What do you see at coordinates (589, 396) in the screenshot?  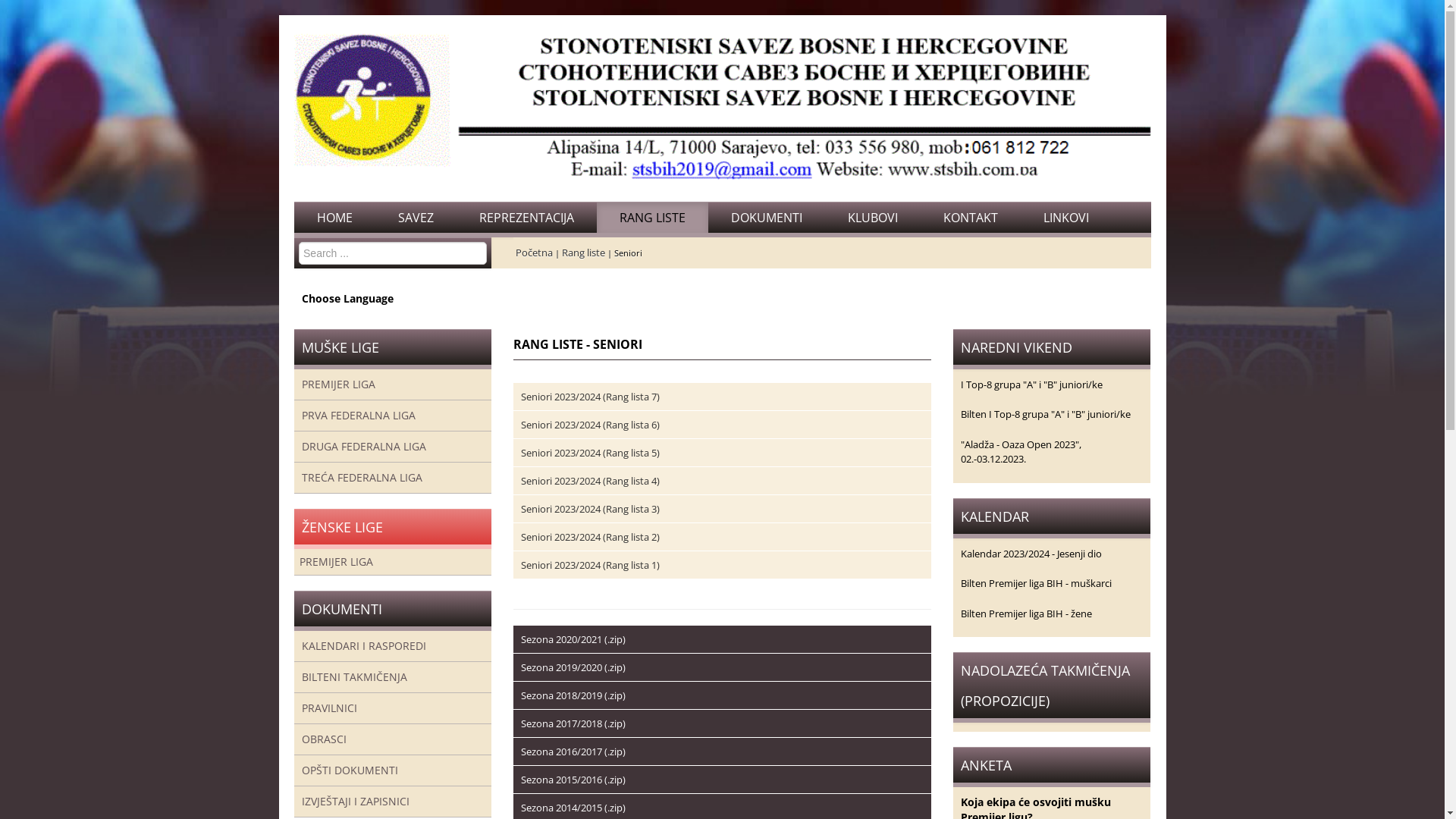 I see `'Seniori 2023/2024 (Rang lista 7)'` at bounding box center [589, 396].